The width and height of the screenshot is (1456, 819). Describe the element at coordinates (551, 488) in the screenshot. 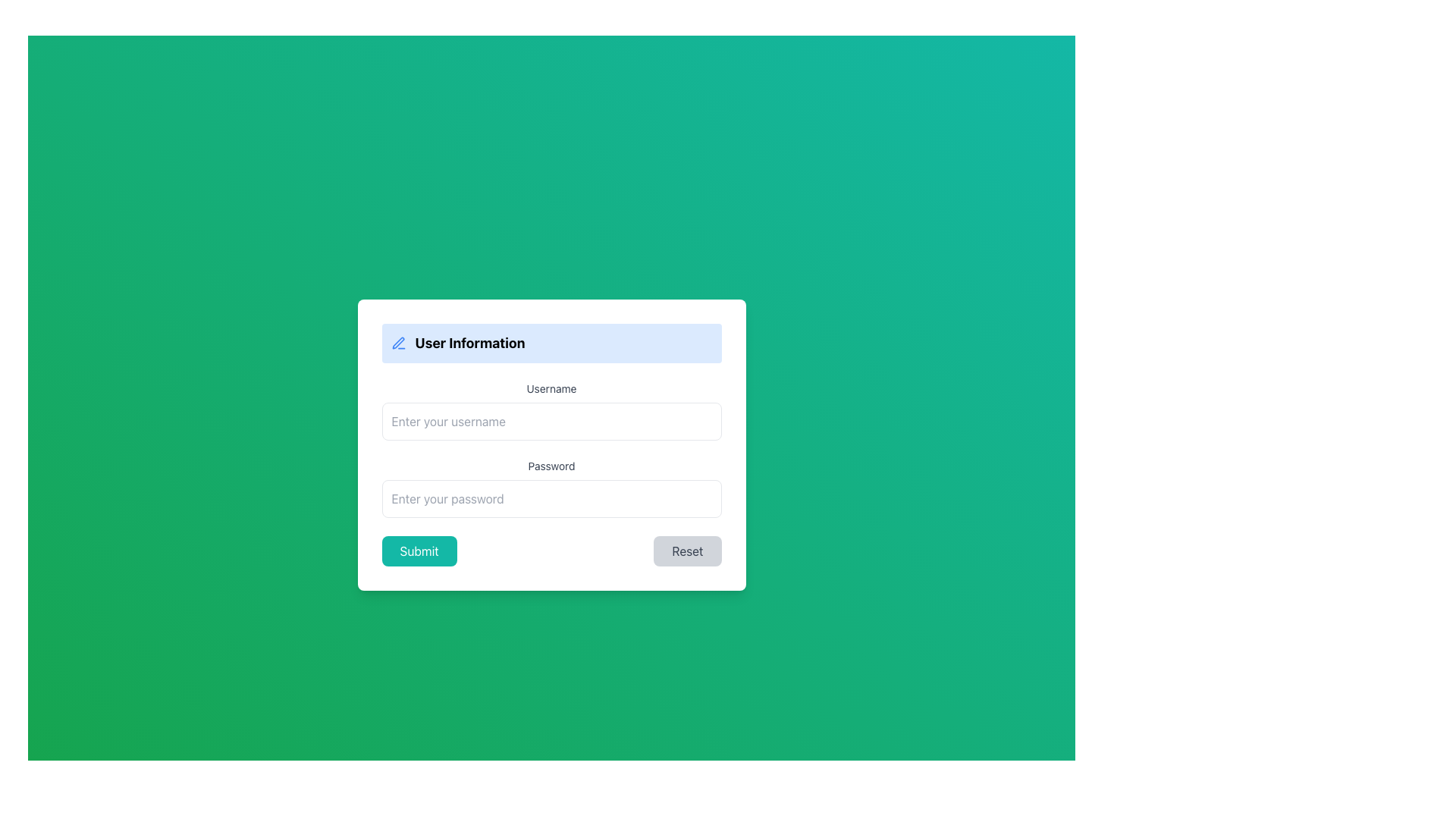

I see `the 'Password' input field to focus and start typing in the password input box located below the 'Username' input box in the 'User Information' form` at that location.